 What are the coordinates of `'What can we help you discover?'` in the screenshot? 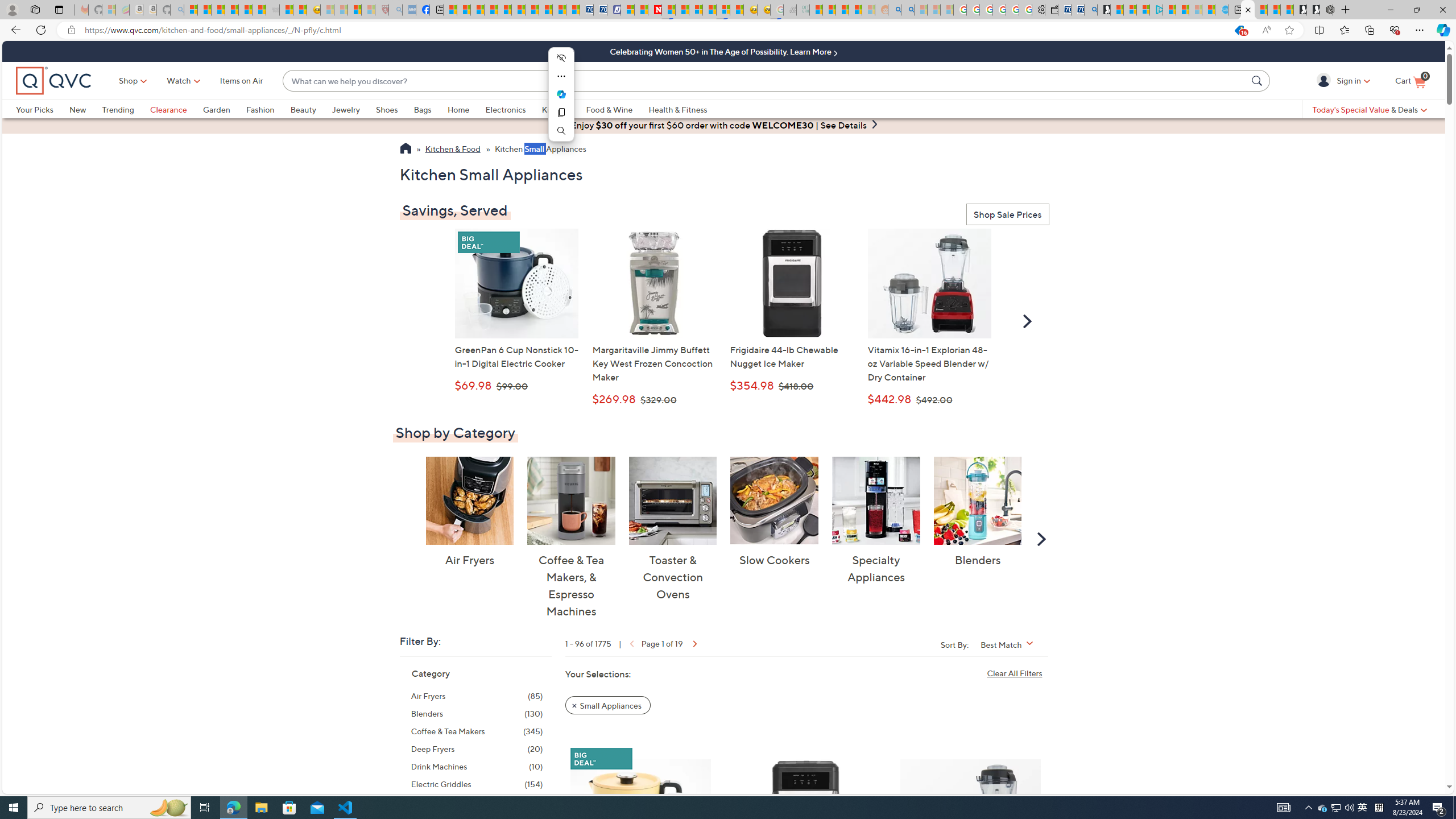 It's located at (765, 80).